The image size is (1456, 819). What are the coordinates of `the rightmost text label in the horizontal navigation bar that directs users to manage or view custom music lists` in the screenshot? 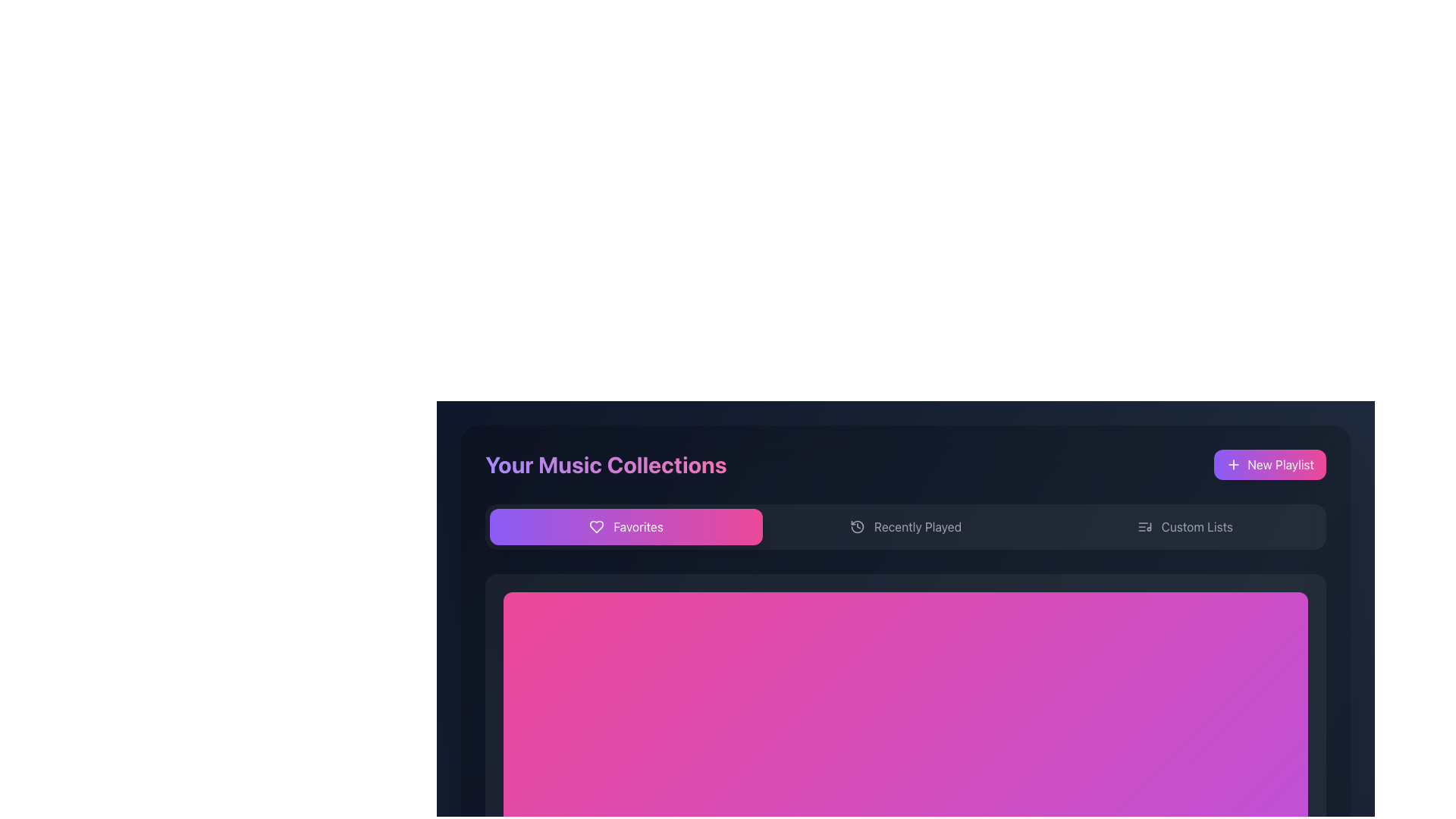 It's located at (1196, 526).